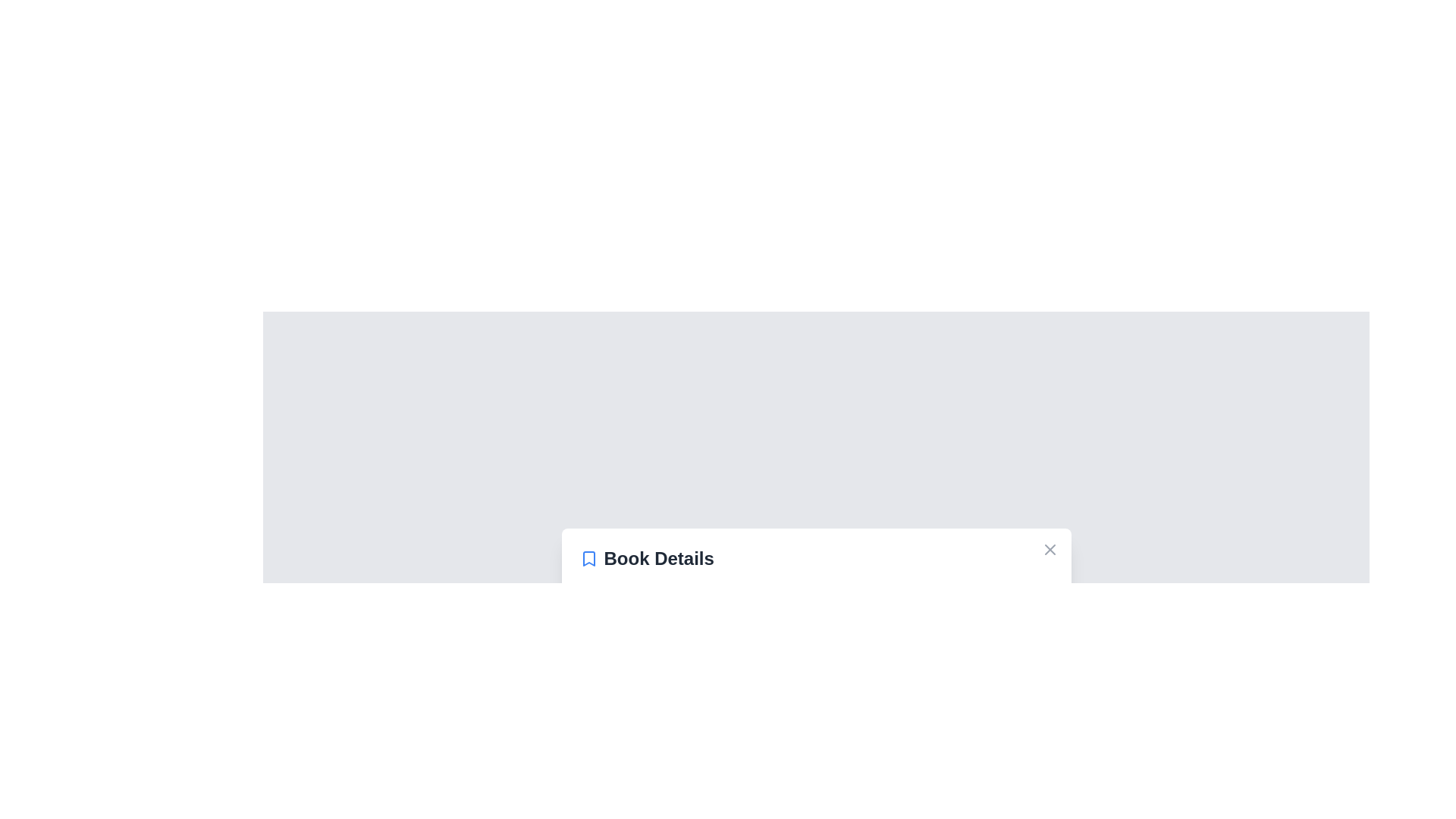 The height and width of the screenshot is (819, 1456). What do you see at coordinates (1049, 549) in the screenshot?
I see `the close button located at the top-right corner of the dialog` at bounding box center [1049, 549].